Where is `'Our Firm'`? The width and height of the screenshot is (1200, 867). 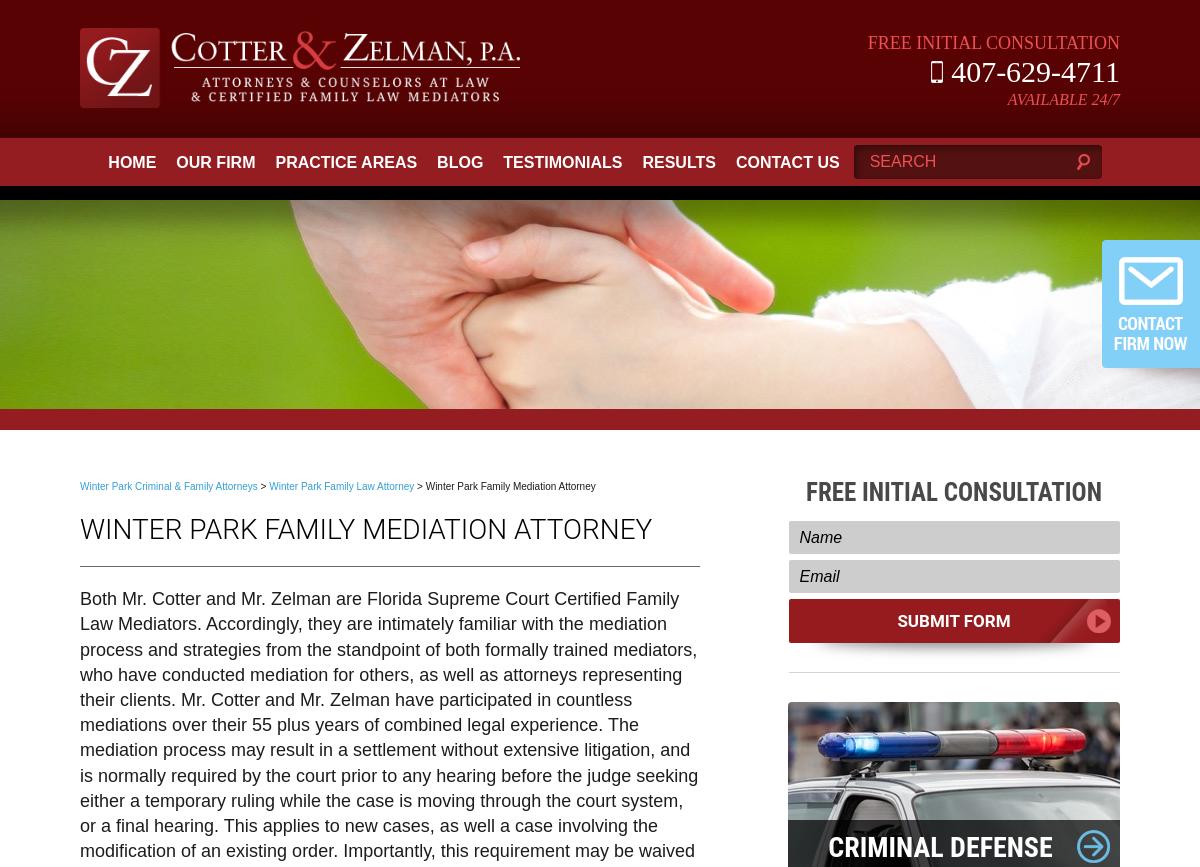 'Our Firm' is located at coordinates (214, 176).